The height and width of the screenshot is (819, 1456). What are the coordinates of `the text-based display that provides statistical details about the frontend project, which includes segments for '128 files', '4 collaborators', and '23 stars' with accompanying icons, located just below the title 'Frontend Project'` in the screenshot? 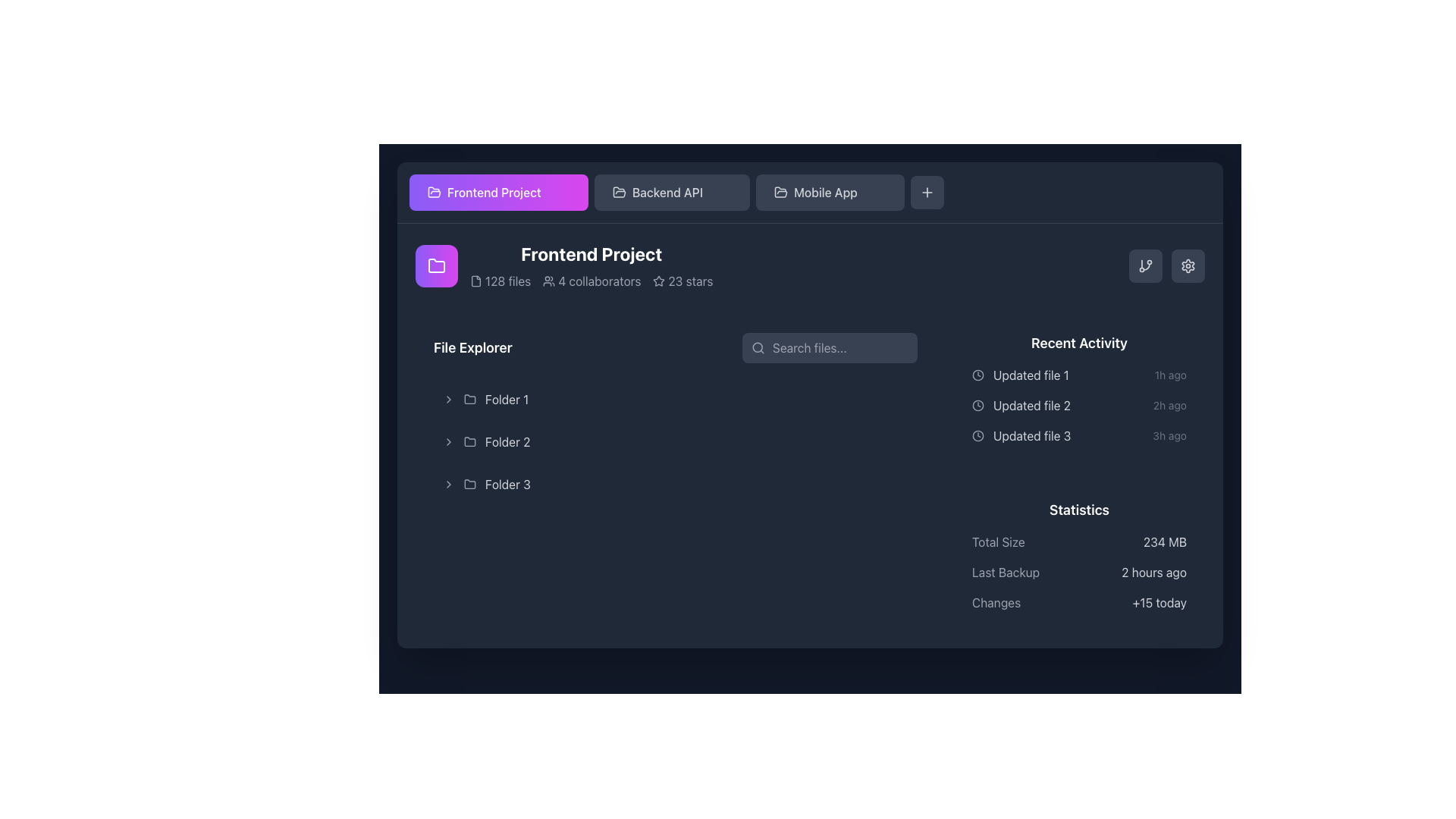 It's located at (591, 281).